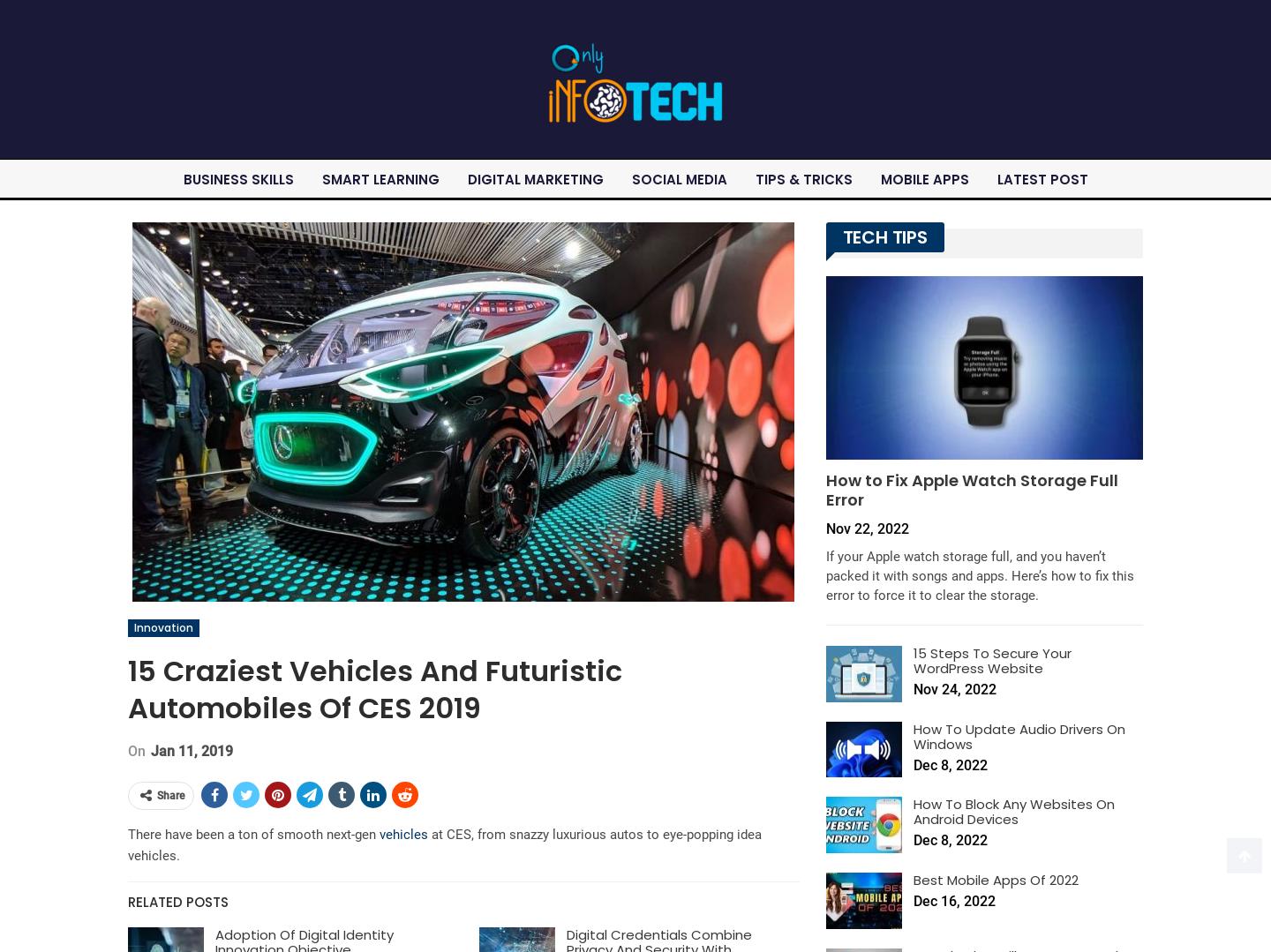  Describe the element at coordinates (913, 689) in the screenshot. I see `'Nov 24, 2022'` at that location.